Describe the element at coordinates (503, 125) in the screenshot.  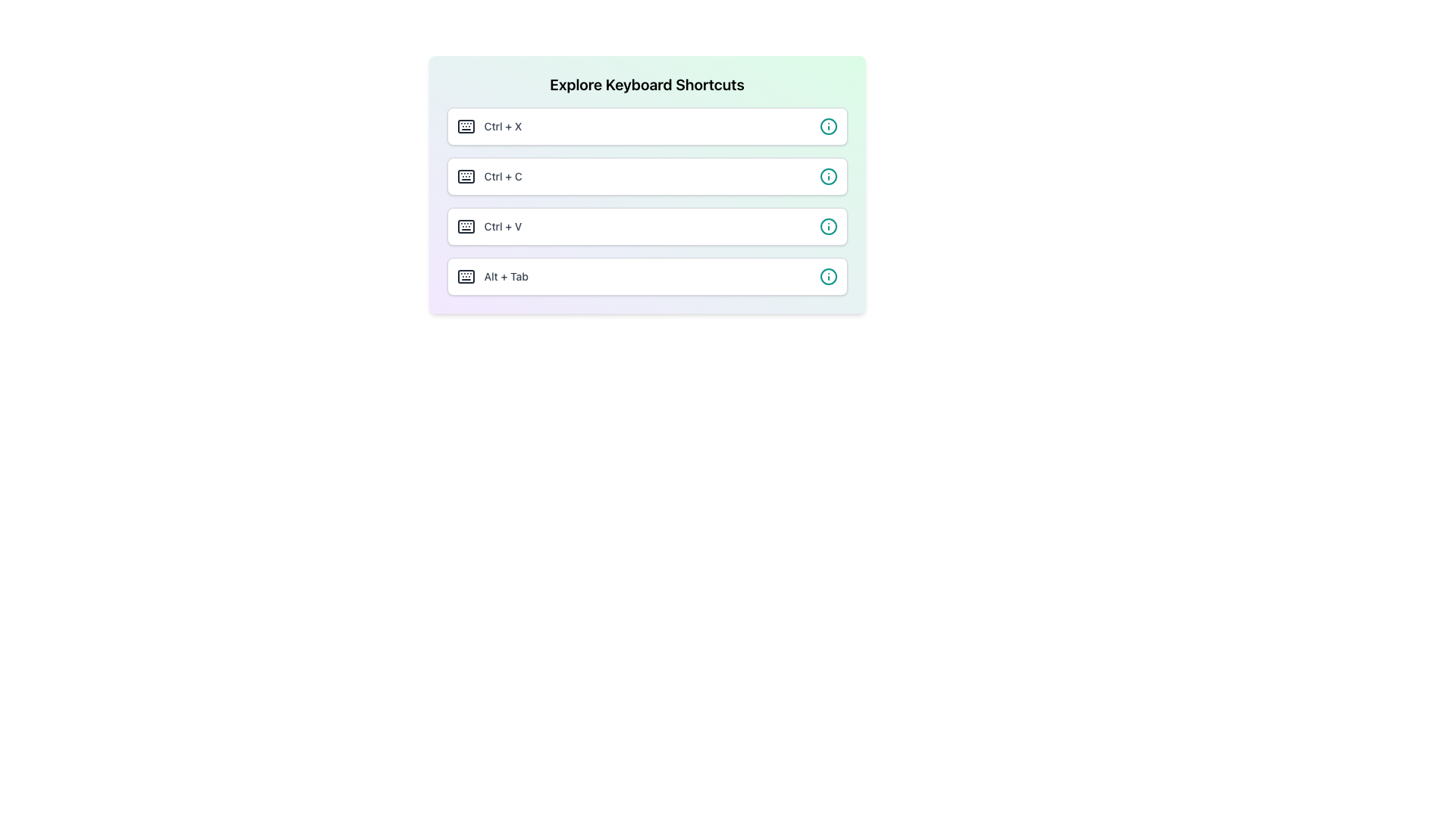
I see `the static text element displaying the keyboard shortcut for cutting content, which indicates 'Ctrl + X' and is the first item in the 'Keyboard Shortcuts' panel` at that location.